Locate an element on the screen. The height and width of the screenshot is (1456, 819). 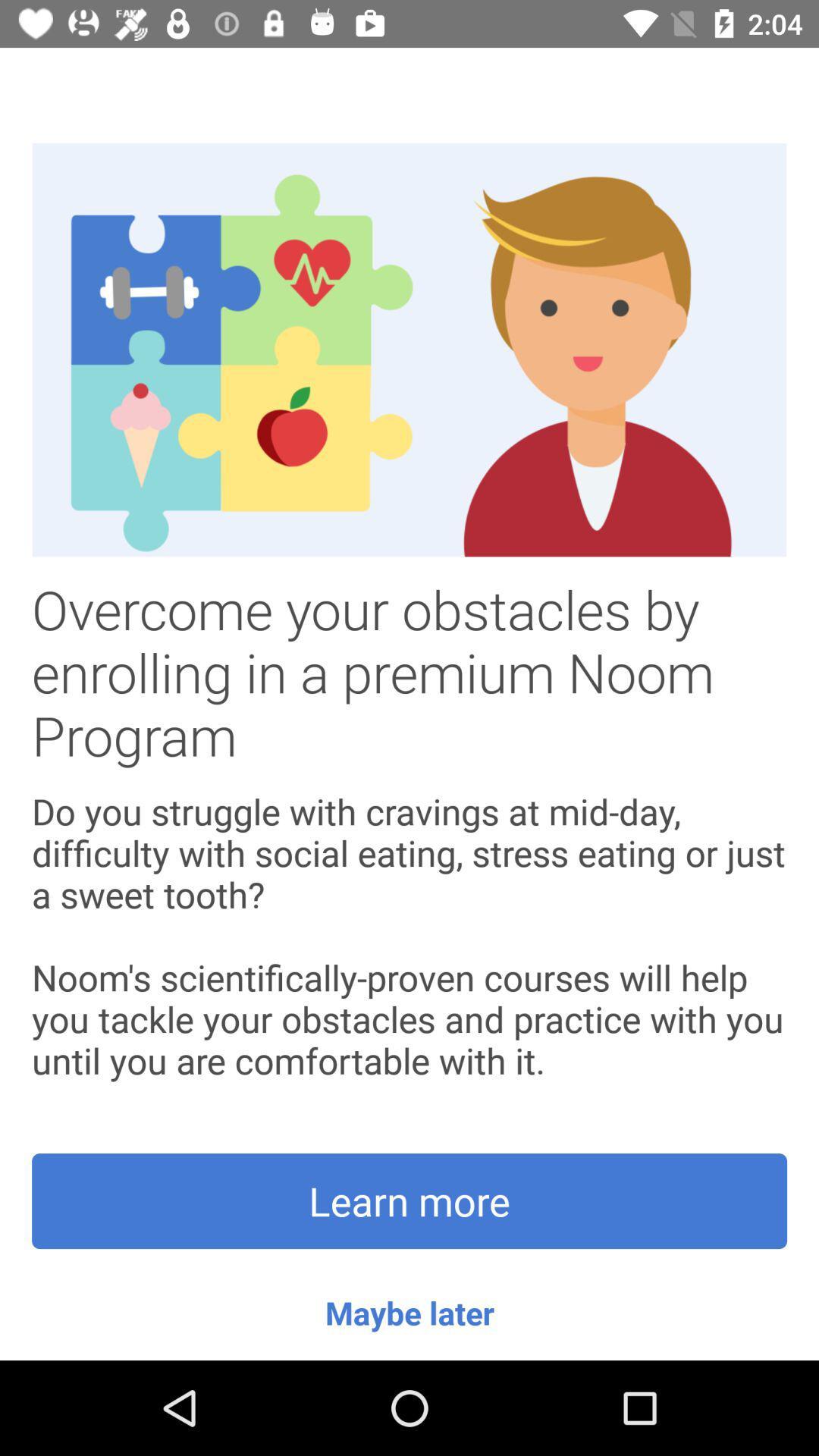
maybe later is located at coordinates (409, 1312).